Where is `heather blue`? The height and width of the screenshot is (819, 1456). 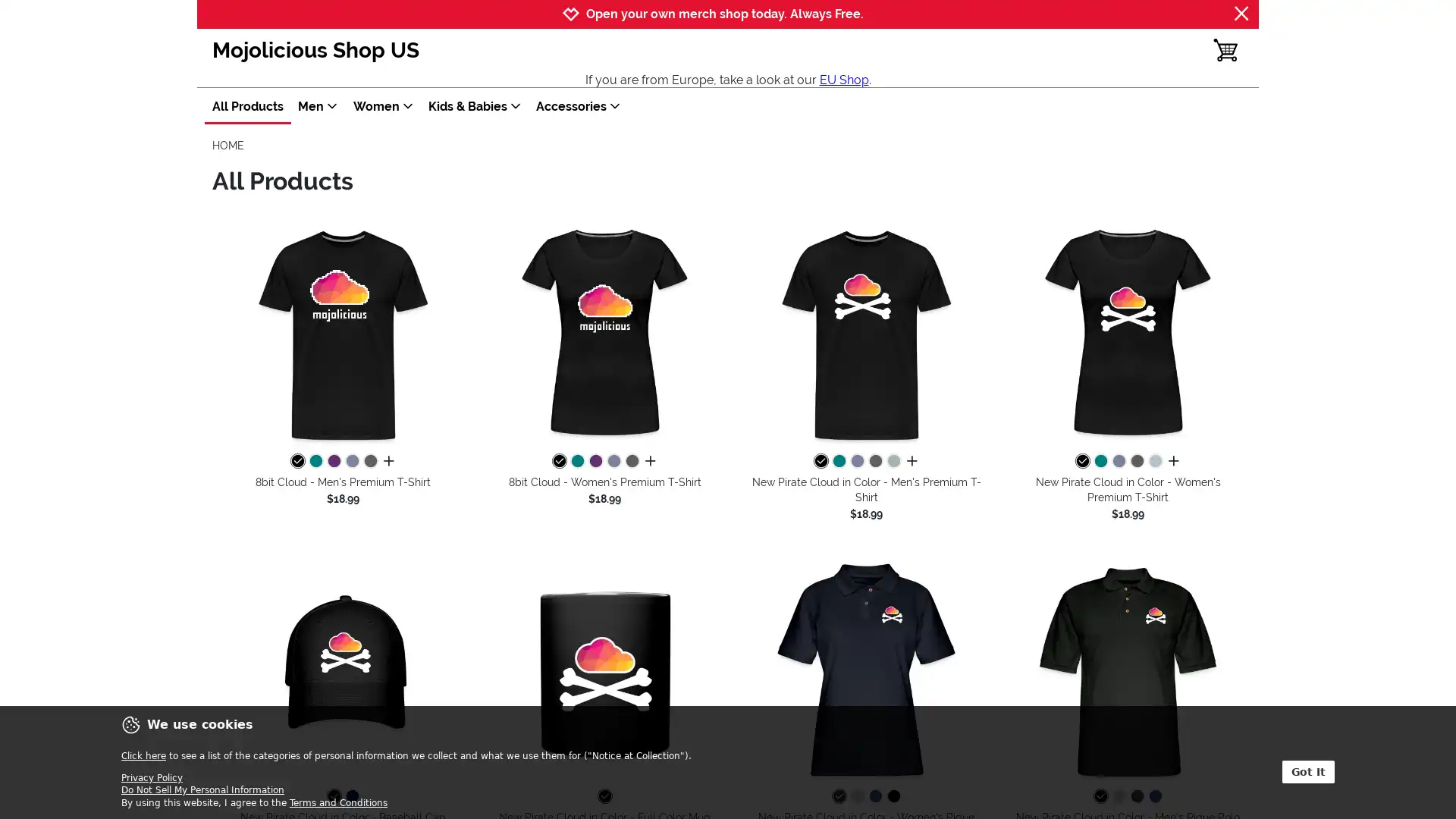
heather blue is located at coordinates (613, 461).